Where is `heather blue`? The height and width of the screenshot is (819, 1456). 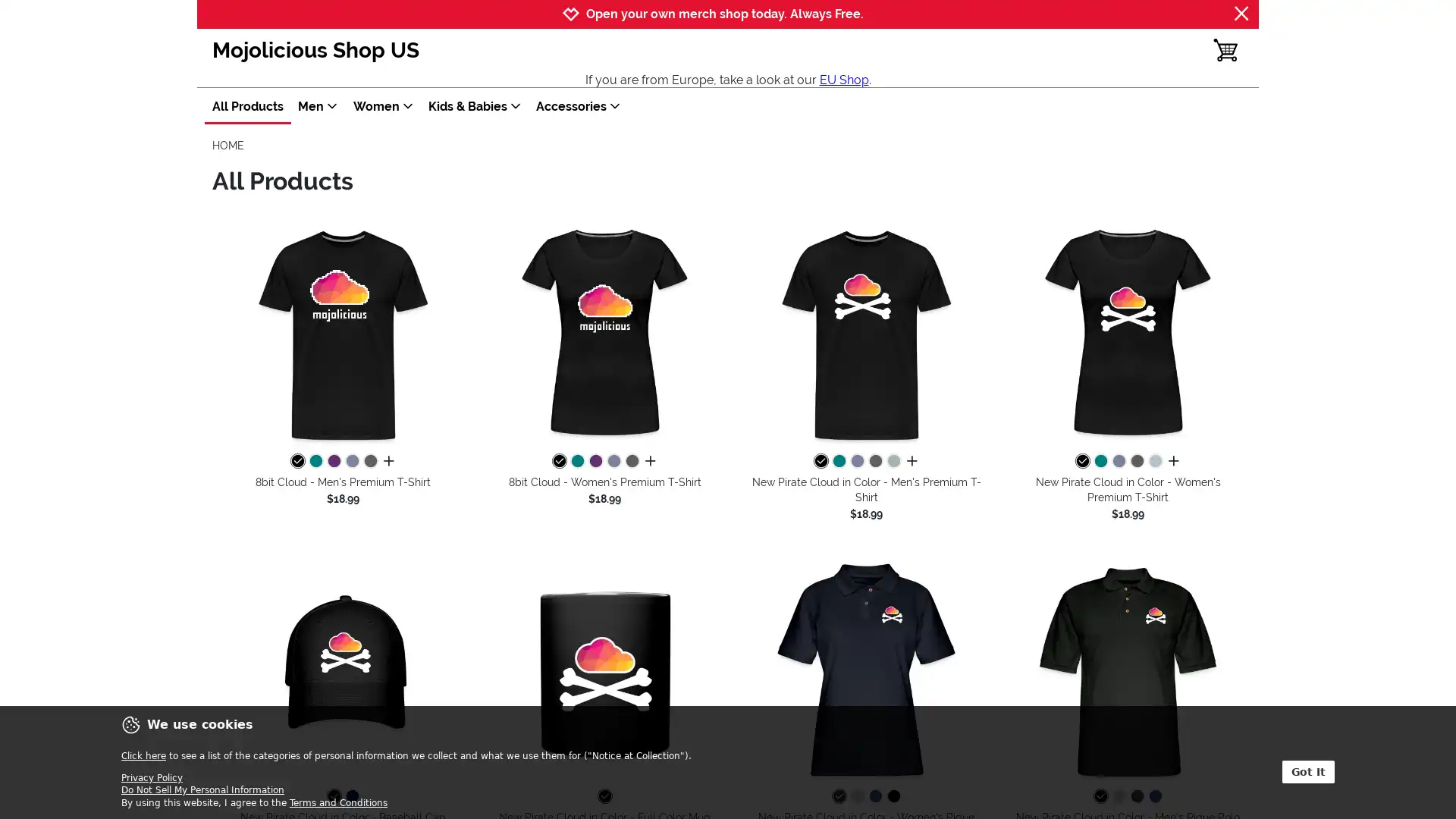
heather blue is located at coordinates (613, 461).